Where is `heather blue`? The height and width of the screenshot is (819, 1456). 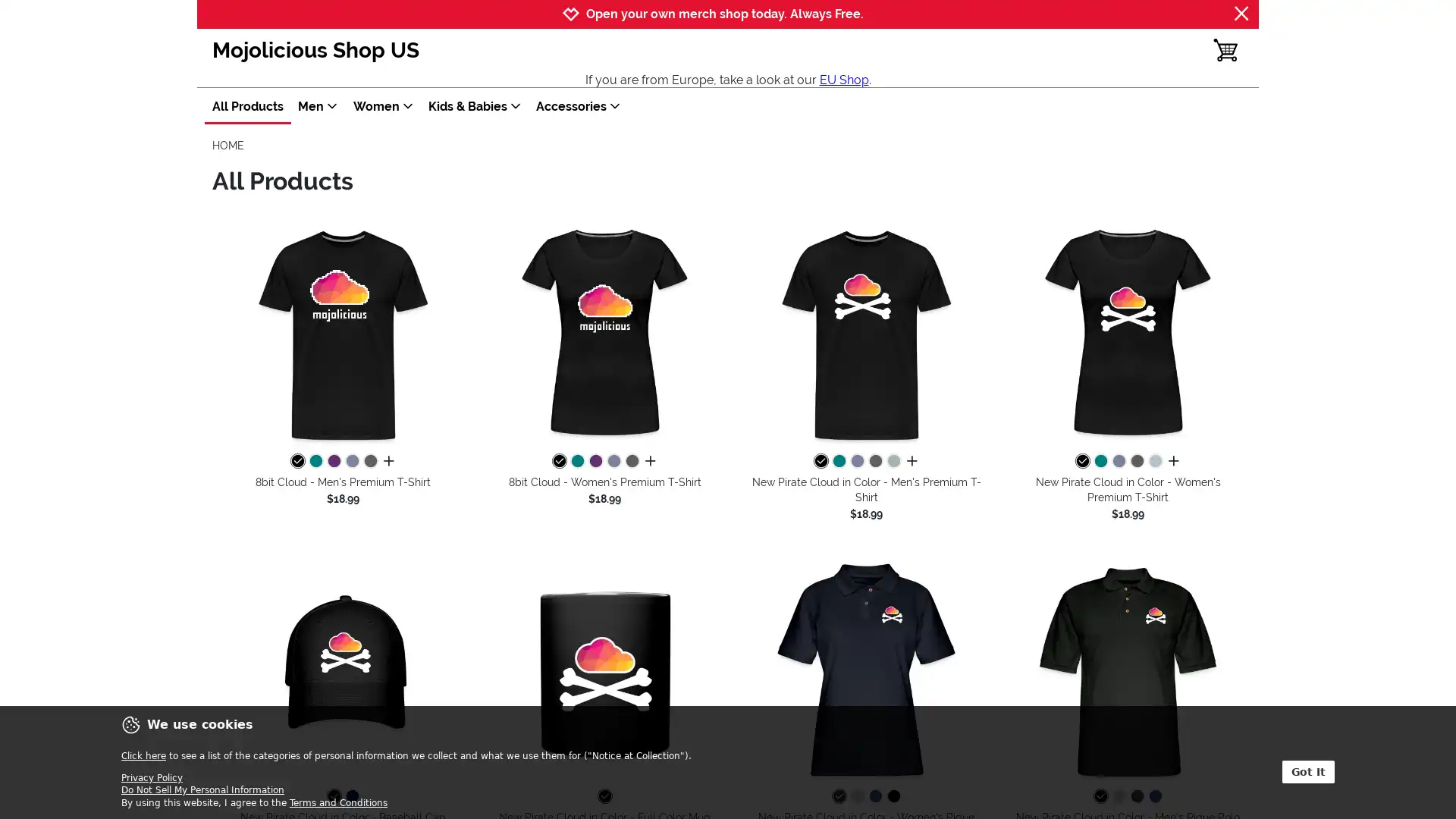
heather blue is located at coordinates (613, 461).